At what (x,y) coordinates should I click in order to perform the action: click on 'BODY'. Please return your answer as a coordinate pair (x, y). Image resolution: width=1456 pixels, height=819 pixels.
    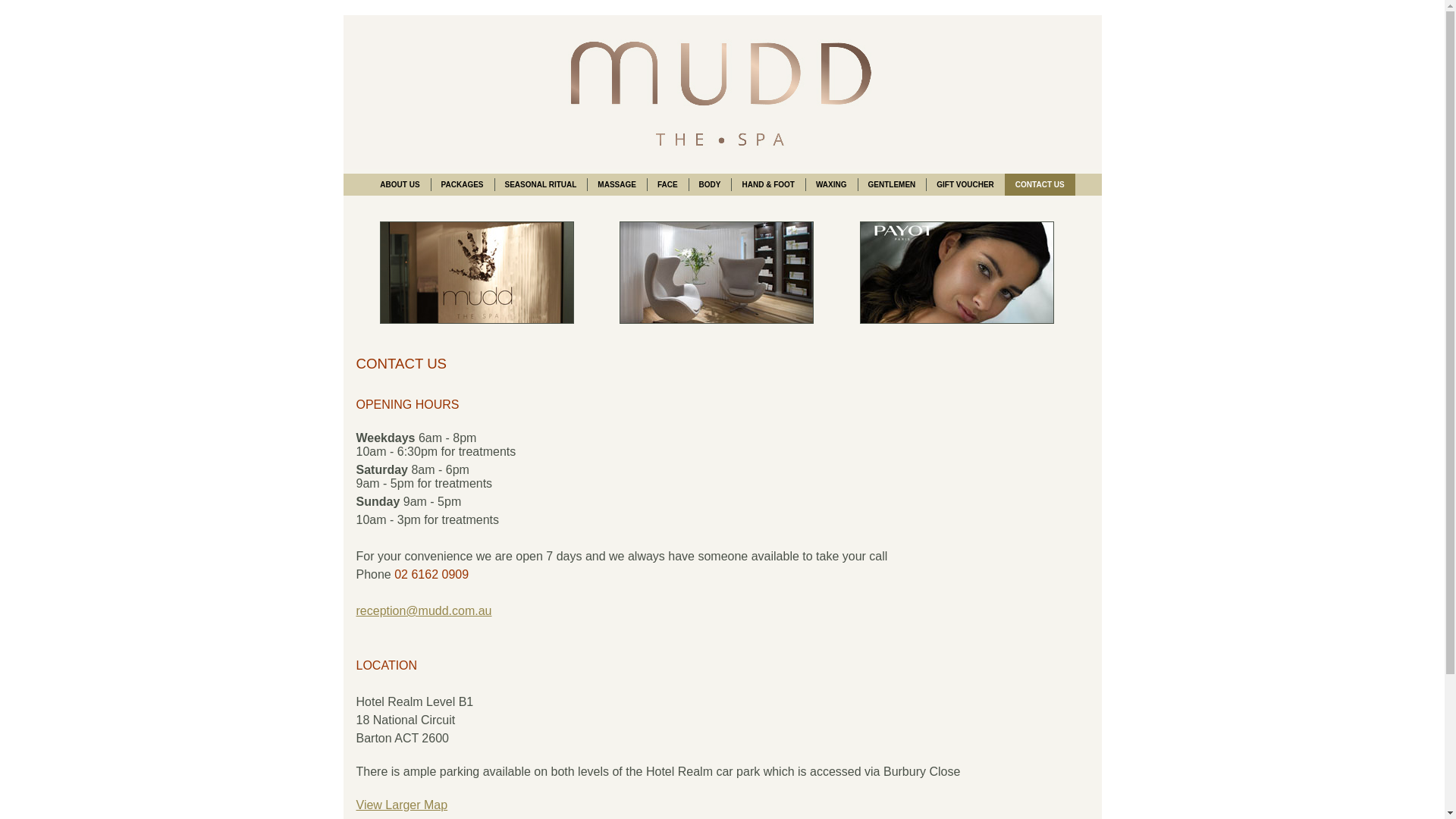
    Looking at the image, I should click on (709, 184).